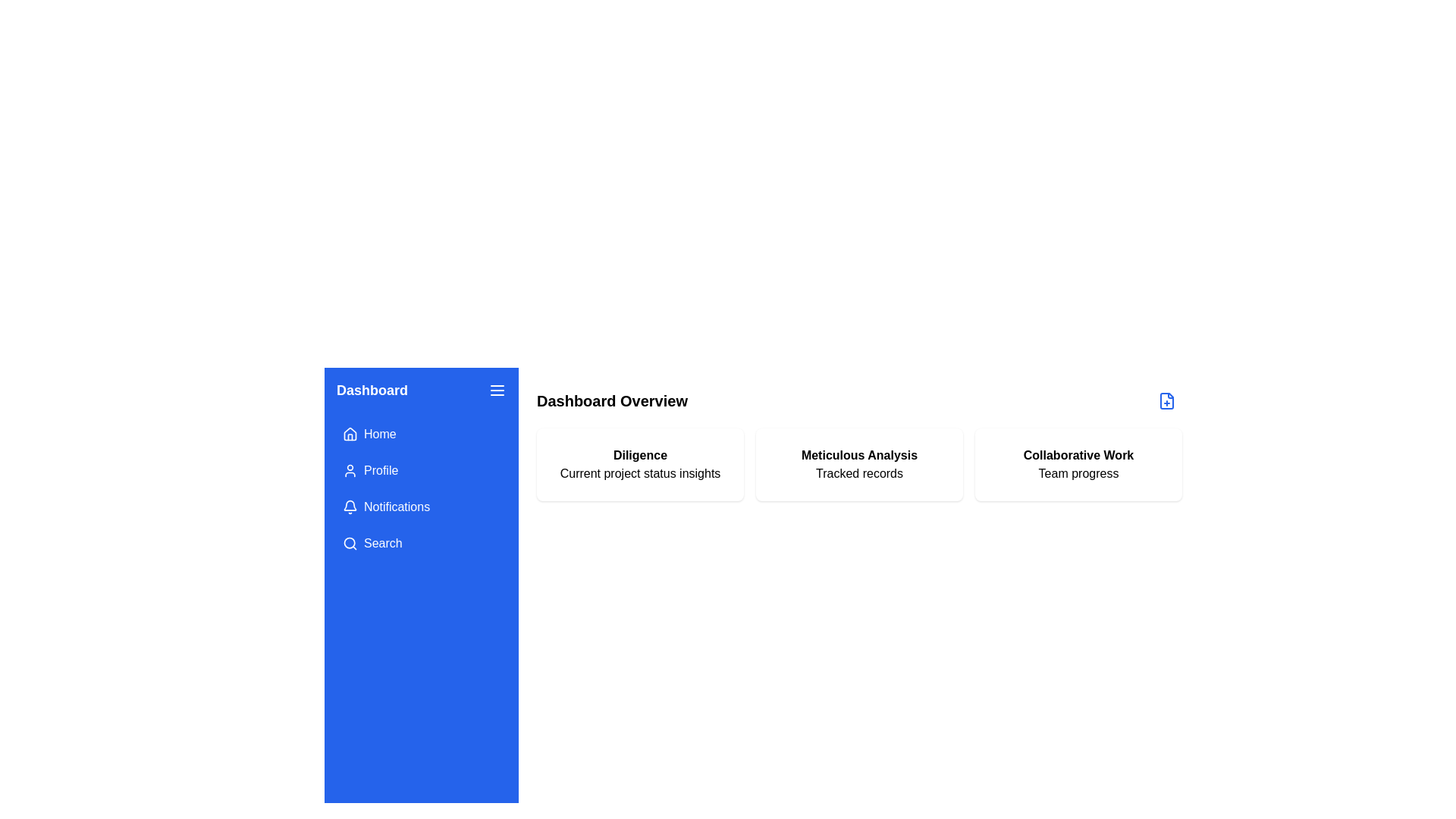 This screenshot has height=819, width=1456. What do you see at coordinates (497, 390) in the screenshot?
I see `the hamburger menu icon located in the upper-right corner of the left-side blue navigation bar` at bounding box center [497, 390].